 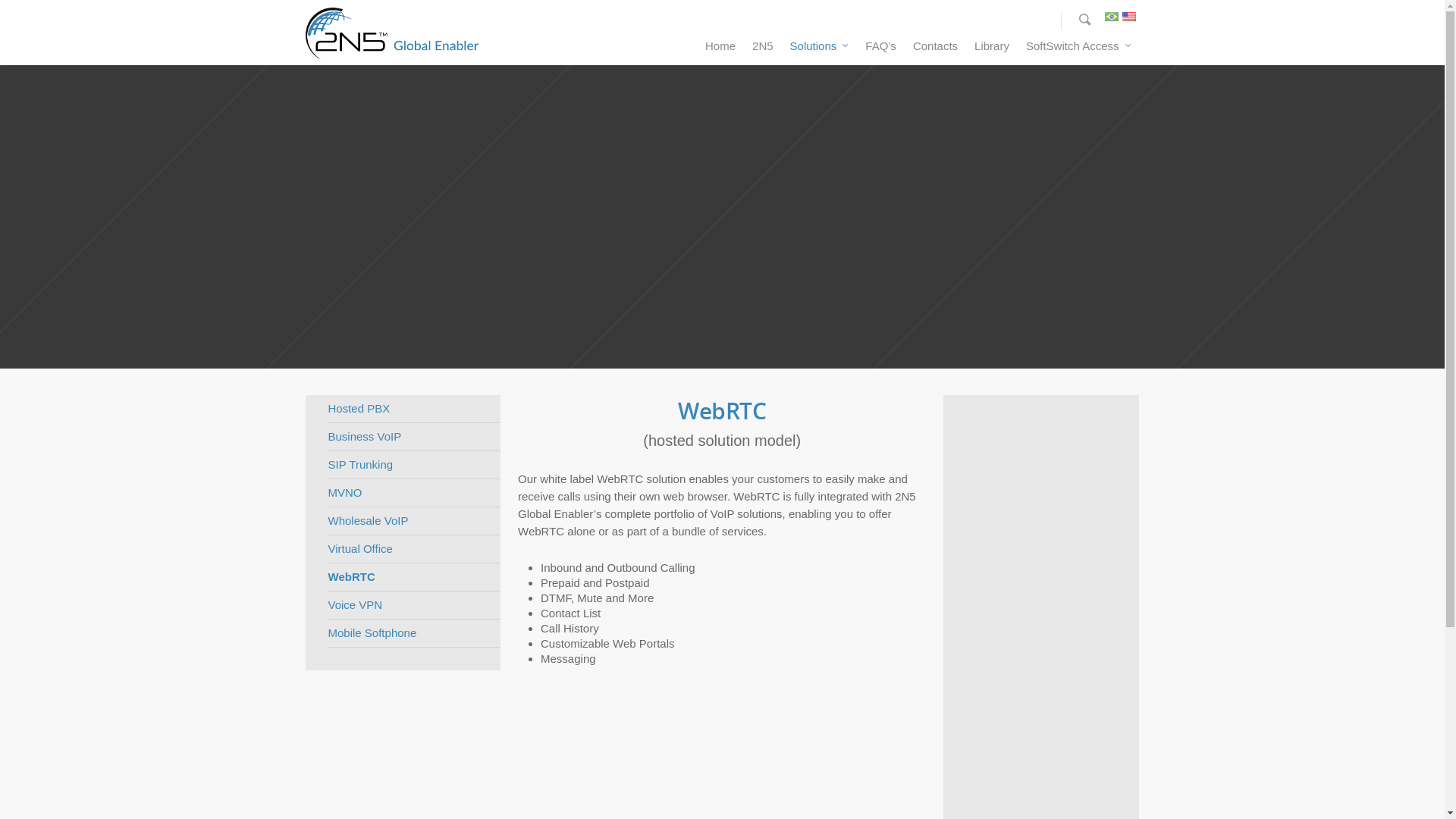 I want to click on 'SIP Trunking', so click(x=413, y=464).